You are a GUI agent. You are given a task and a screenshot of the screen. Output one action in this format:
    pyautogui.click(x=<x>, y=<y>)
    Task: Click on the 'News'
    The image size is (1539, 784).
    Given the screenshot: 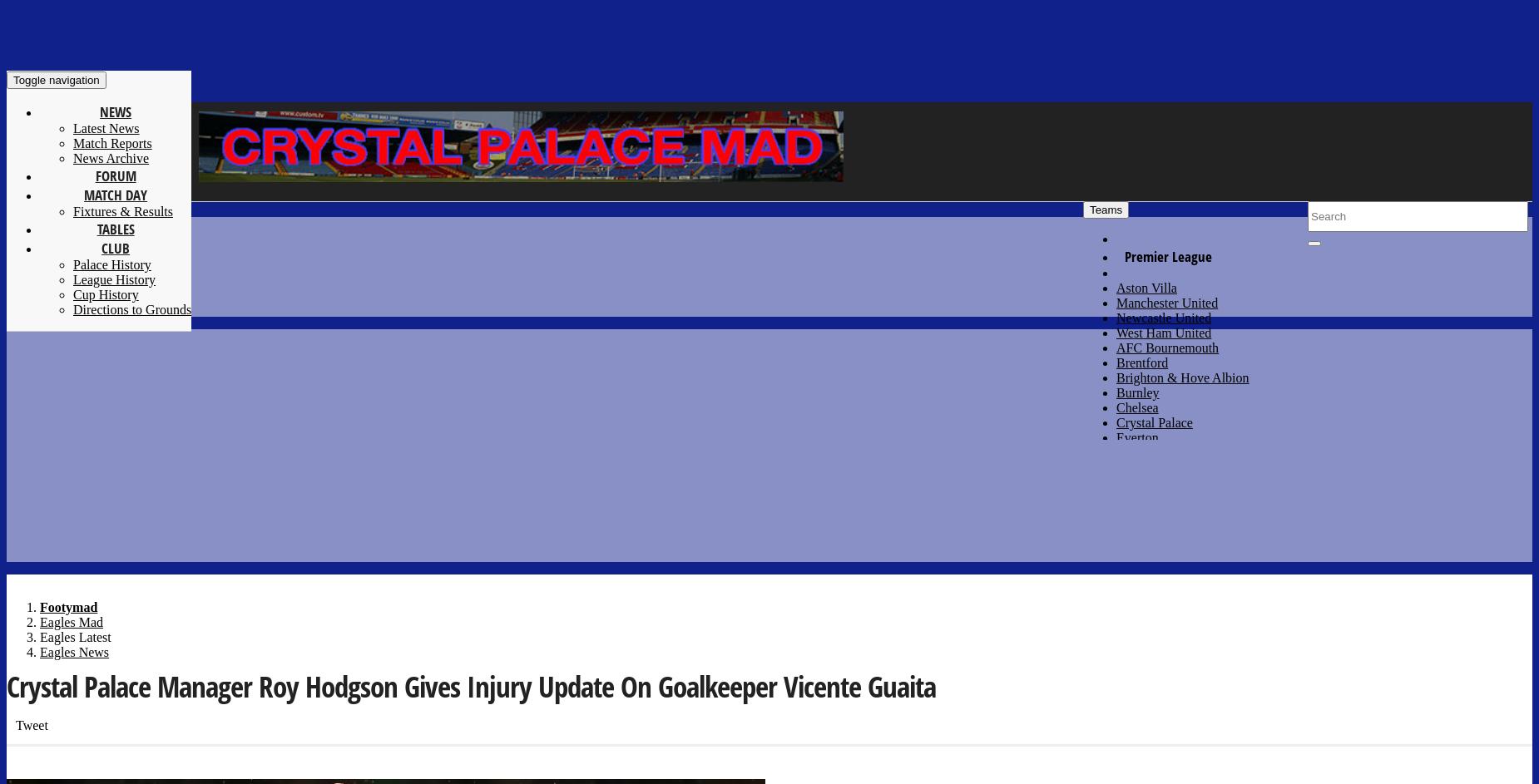 What is the action you would take?
    pyautogui.click(x=114, y=111)
    